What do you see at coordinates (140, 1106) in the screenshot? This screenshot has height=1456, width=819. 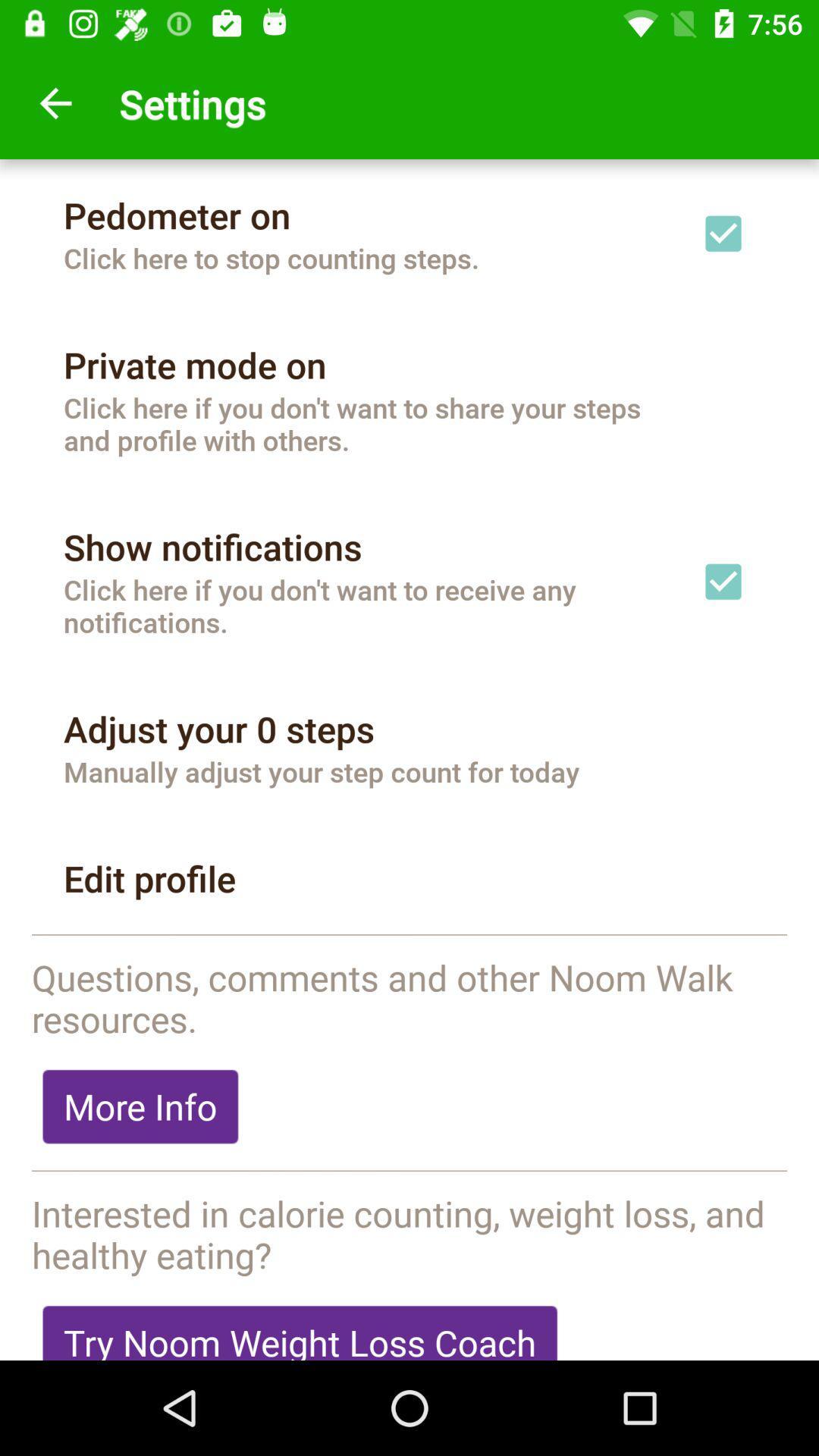 I see `more info icon` at bounding box center [140, 1106].